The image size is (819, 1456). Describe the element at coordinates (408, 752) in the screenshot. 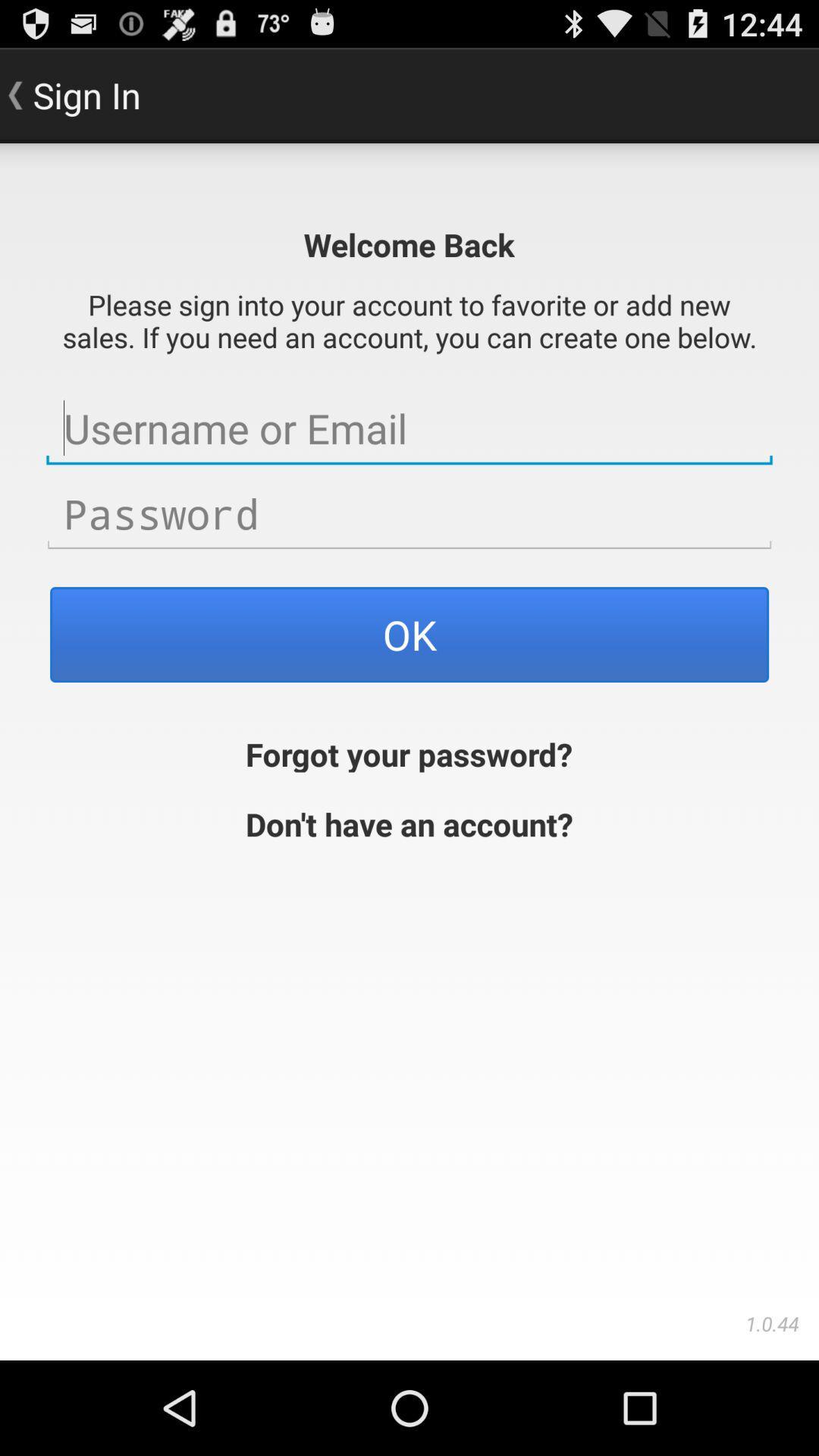

I see `forgot your password?` at that location.